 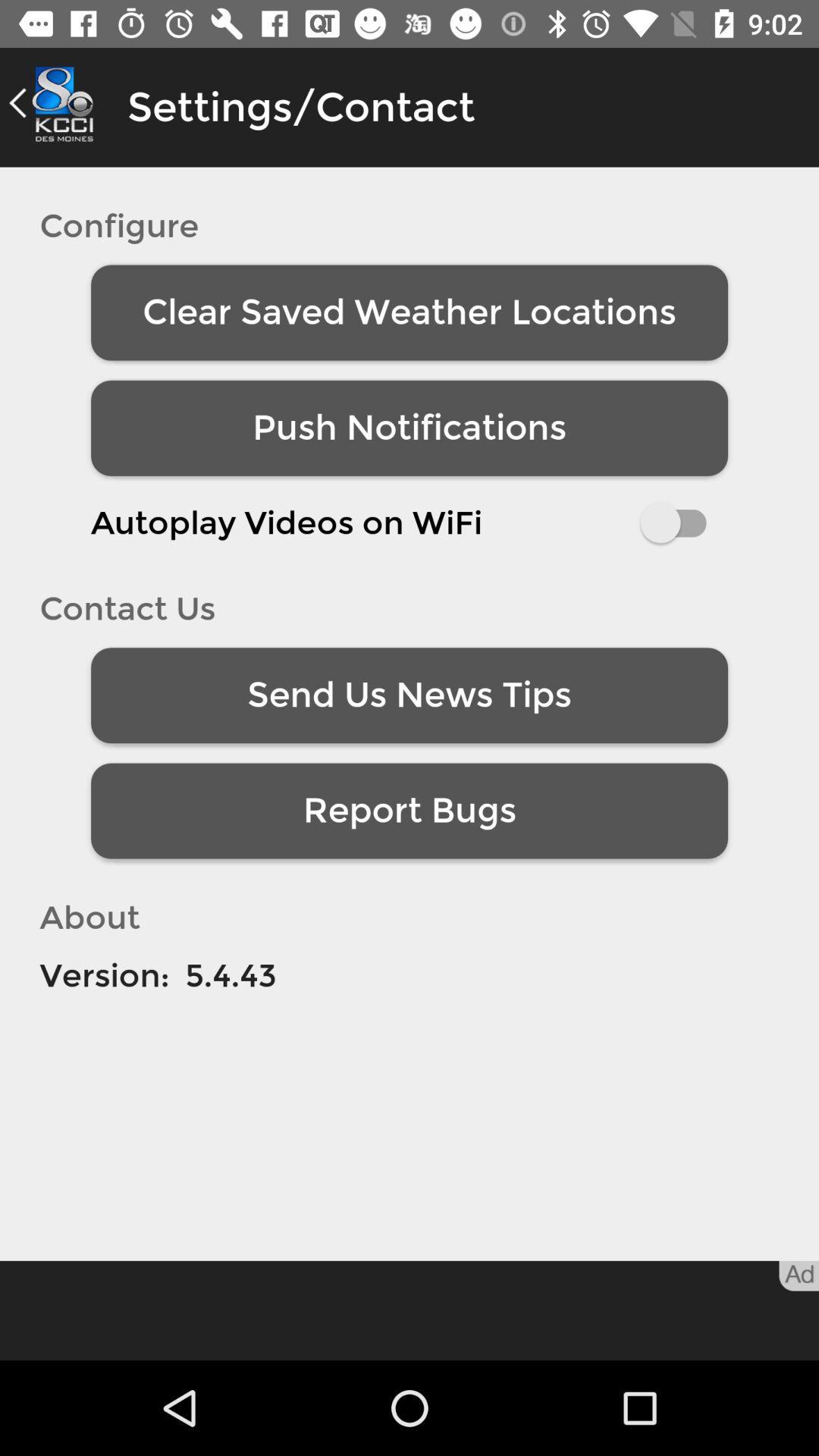 What do you see at coordinates (231, 975) in the screenshot?
I see `item next to version: icon` at bounding box center [231, 975].